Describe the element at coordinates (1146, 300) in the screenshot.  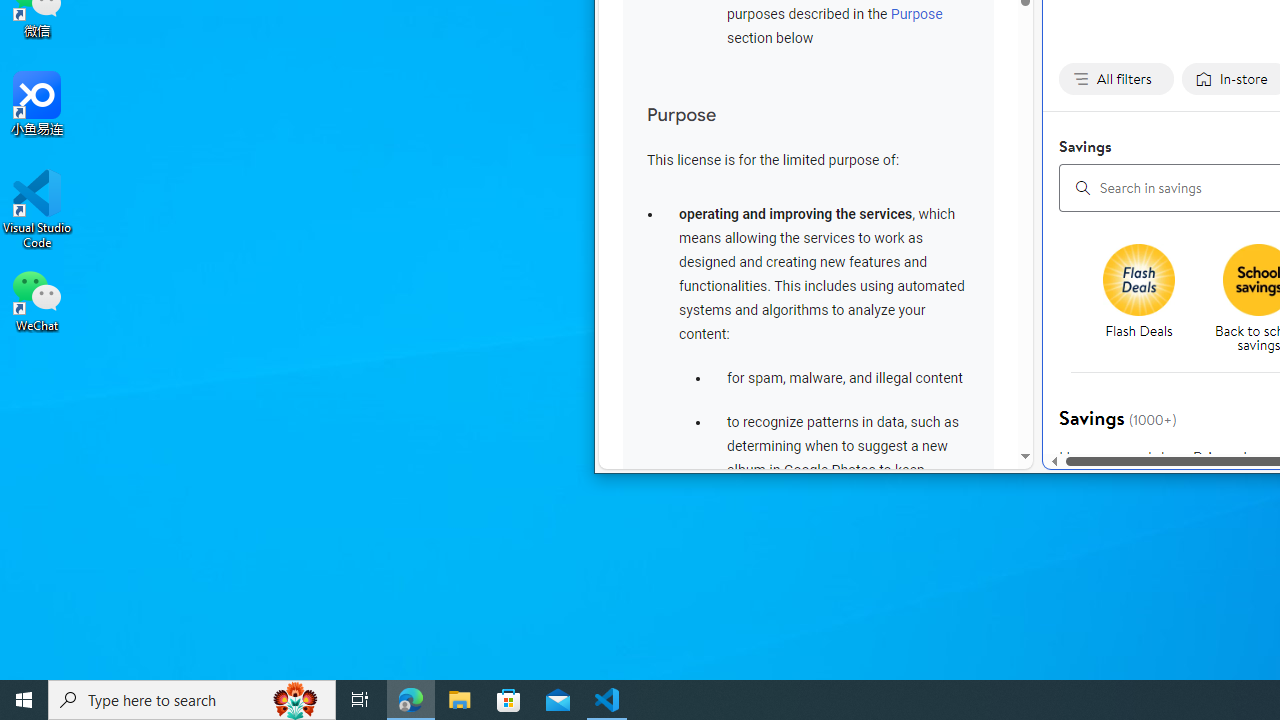
I see `'Flash Deals'` at that location.